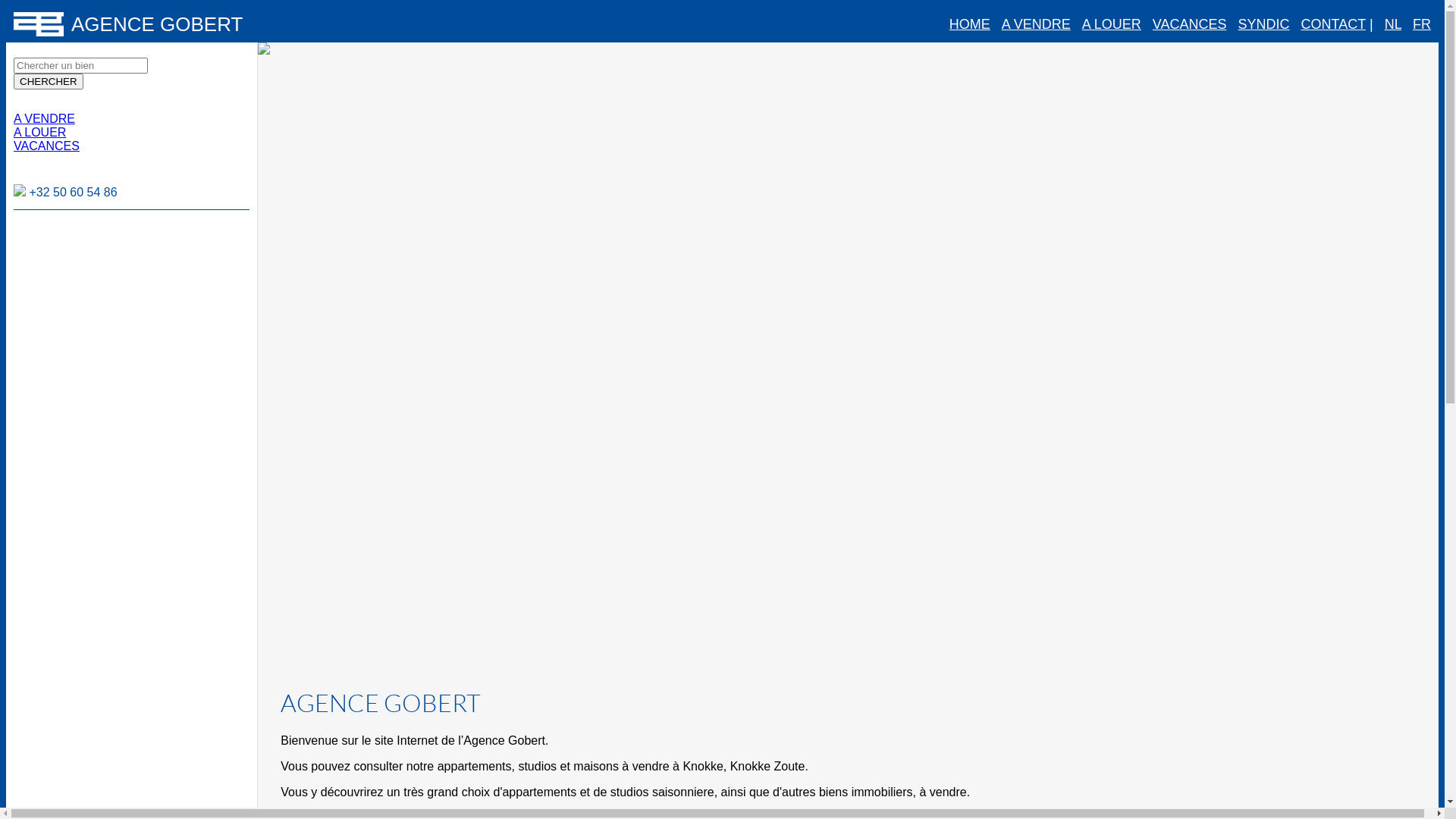 The width and height of the screenshot is (1456, 819). I want to click on 'HOME', so click(949, 24).